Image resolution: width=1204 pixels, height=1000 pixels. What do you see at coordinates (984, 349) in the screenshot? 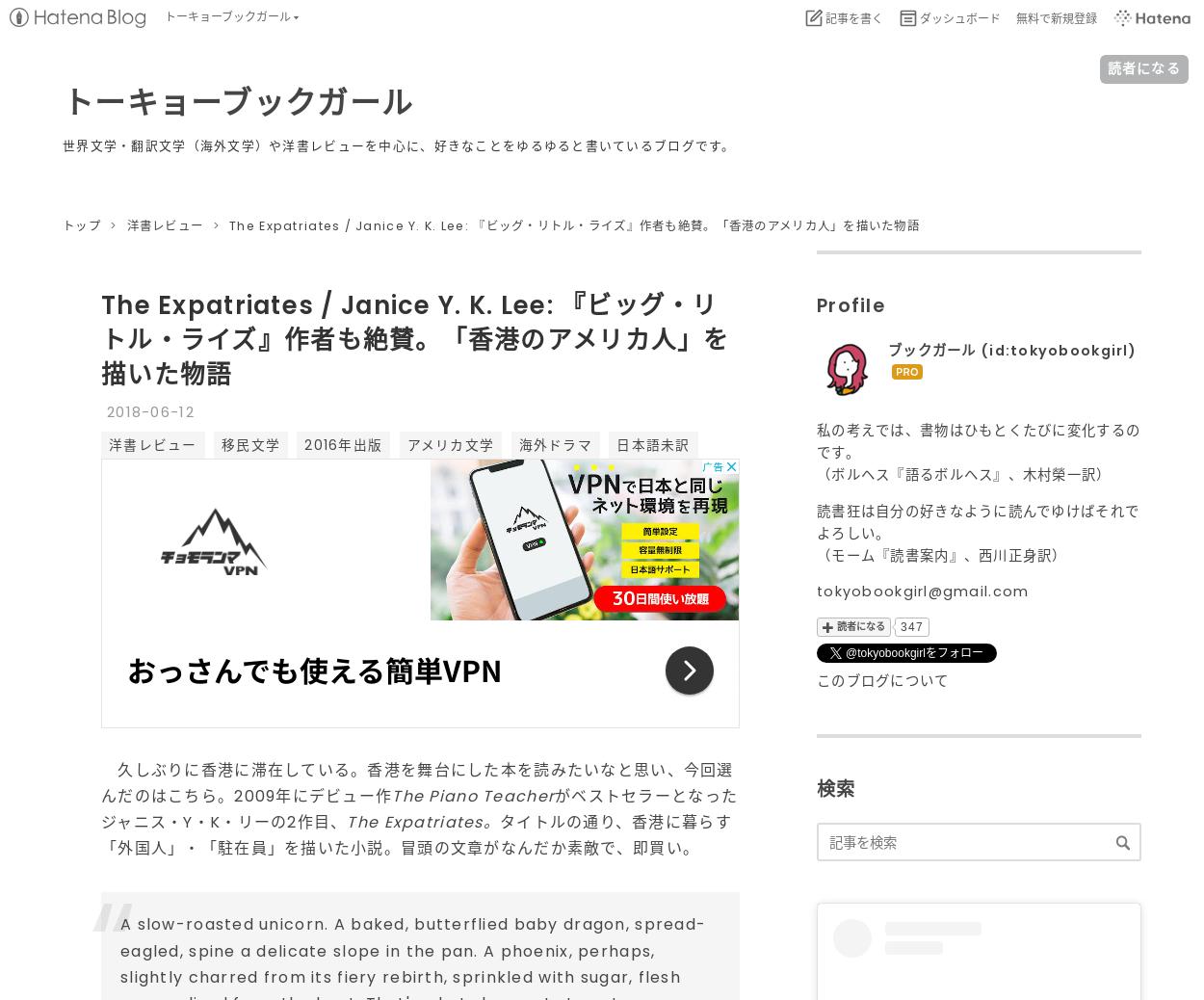
I see `'('` at bounding box center [984, 349].